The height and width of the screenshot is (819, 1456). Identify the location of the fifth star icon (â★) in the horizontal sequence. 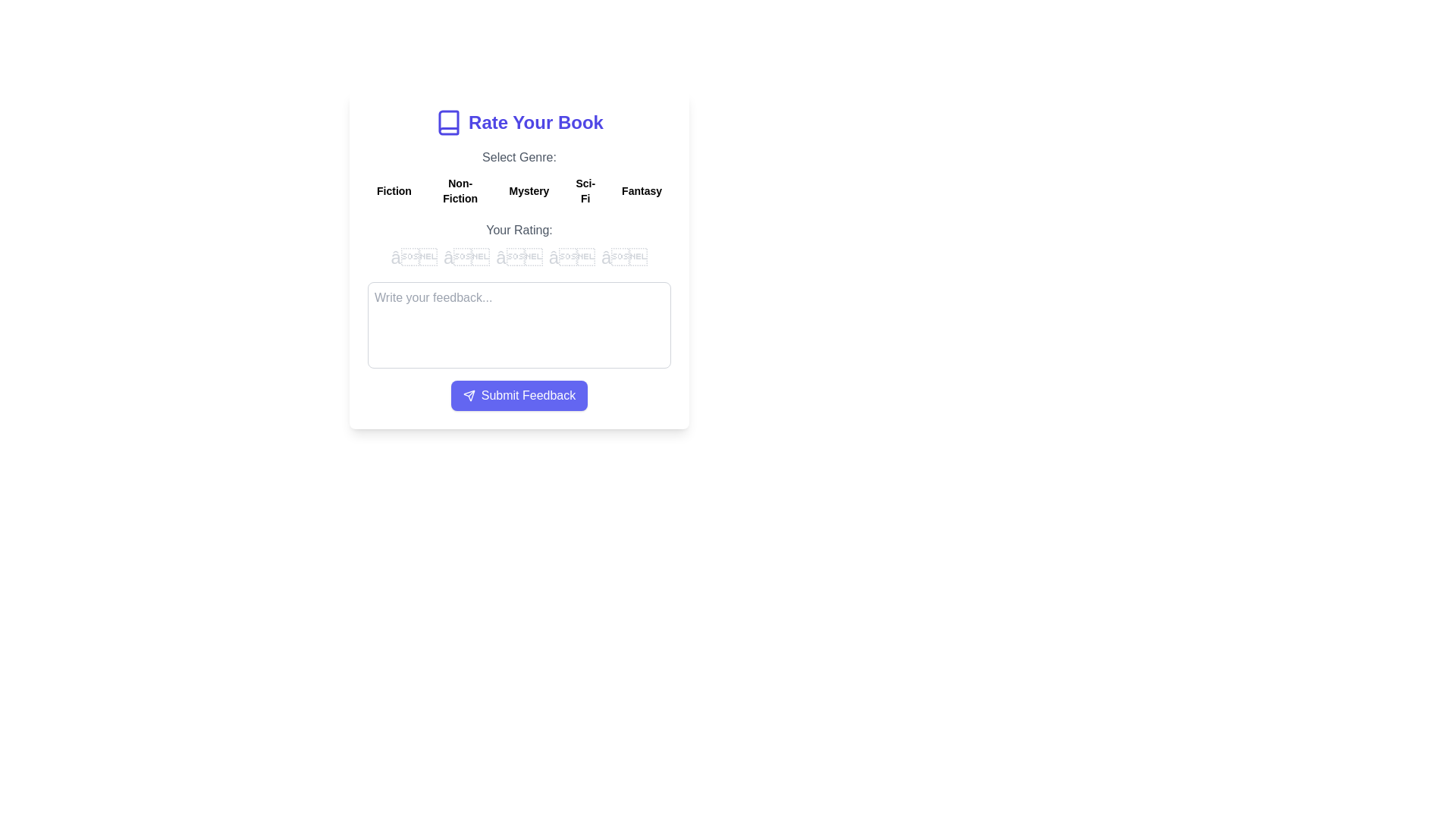
(624, 256).